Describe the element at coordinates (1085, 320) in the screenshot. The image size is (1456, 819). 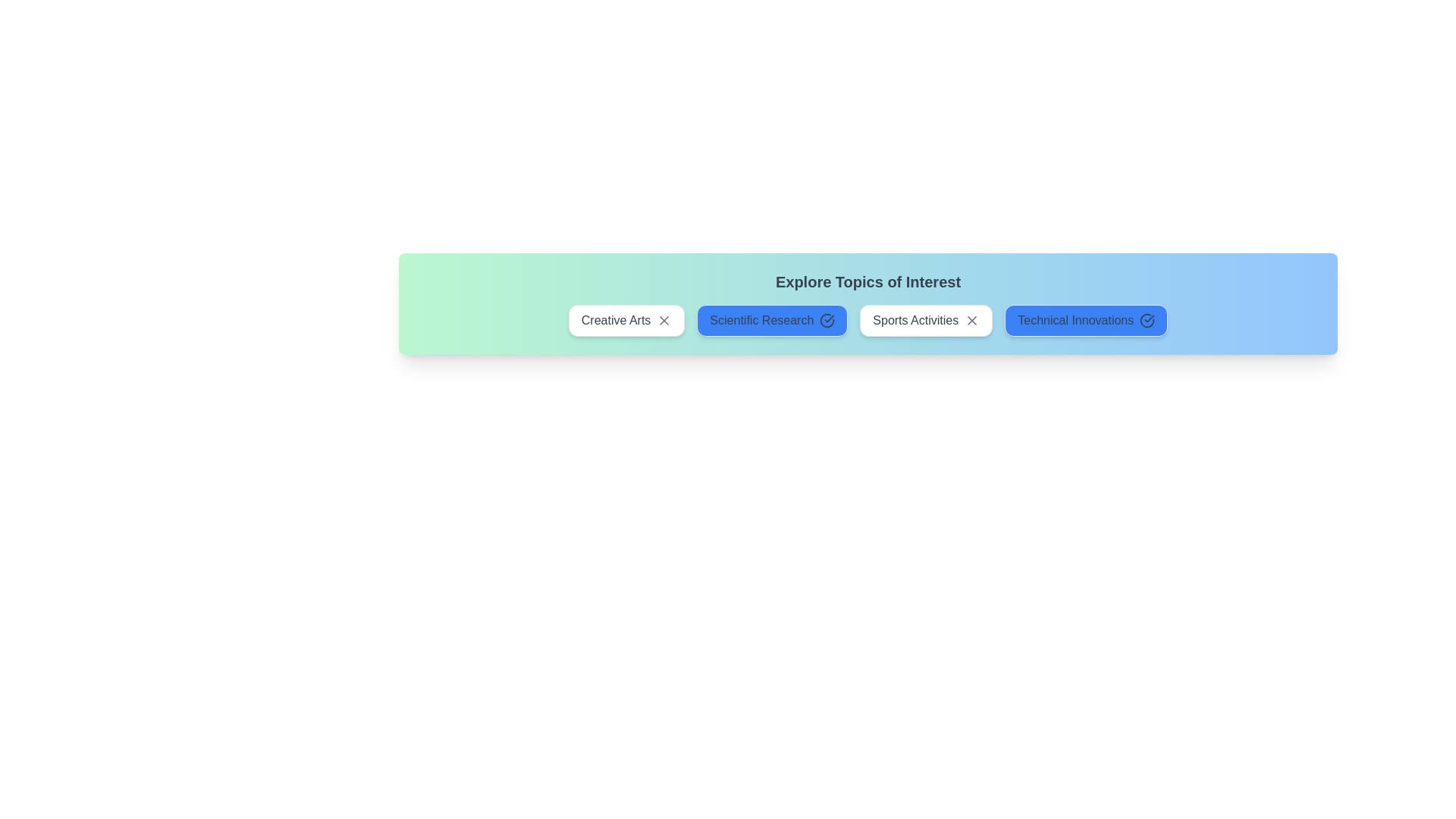
I see `the chip labeled Technical Innovations` at that location.